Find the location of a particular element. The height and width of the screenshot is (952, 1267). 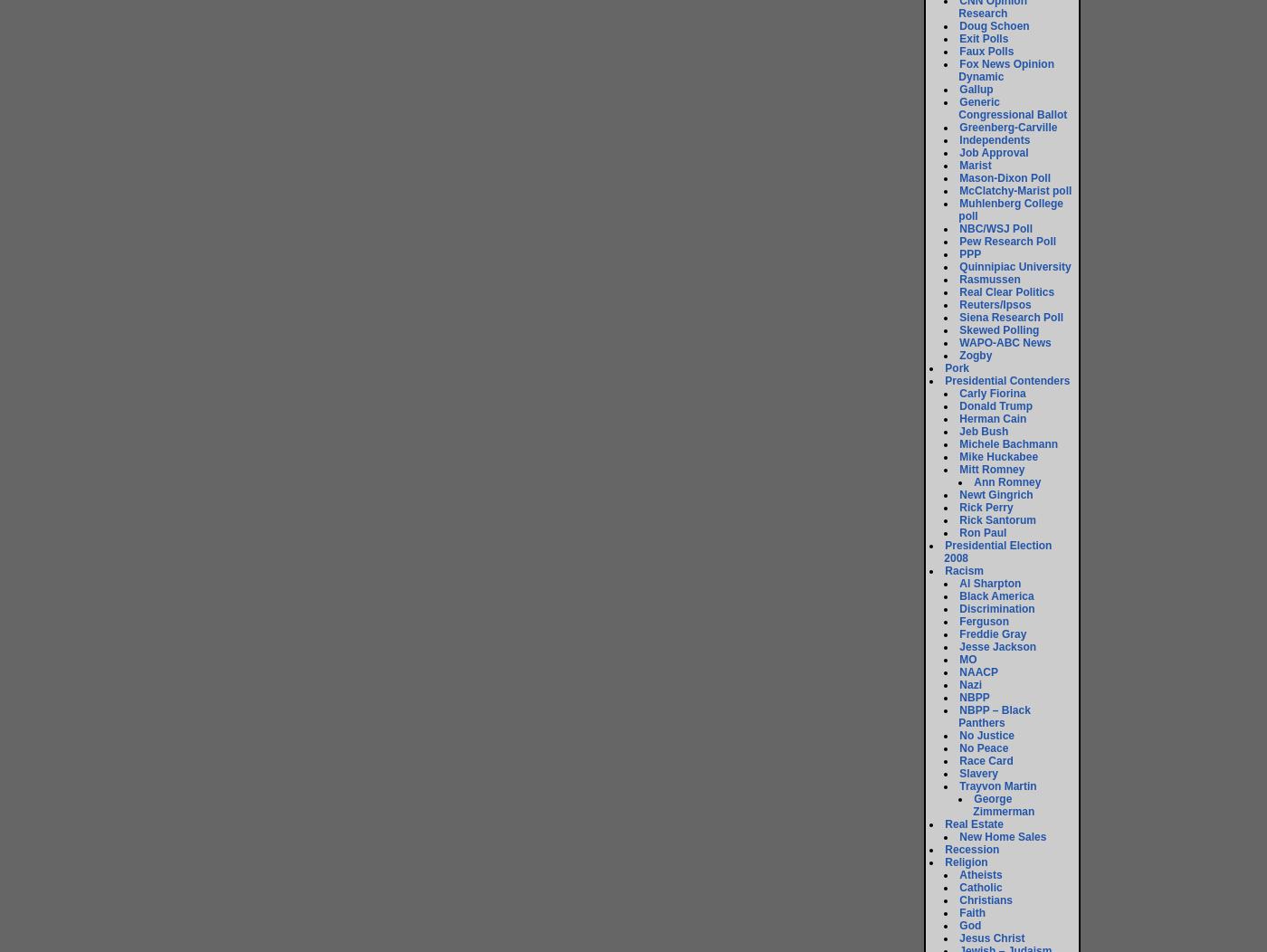

'NBPP – Black Panthers' is located at coordinates (994, 717).